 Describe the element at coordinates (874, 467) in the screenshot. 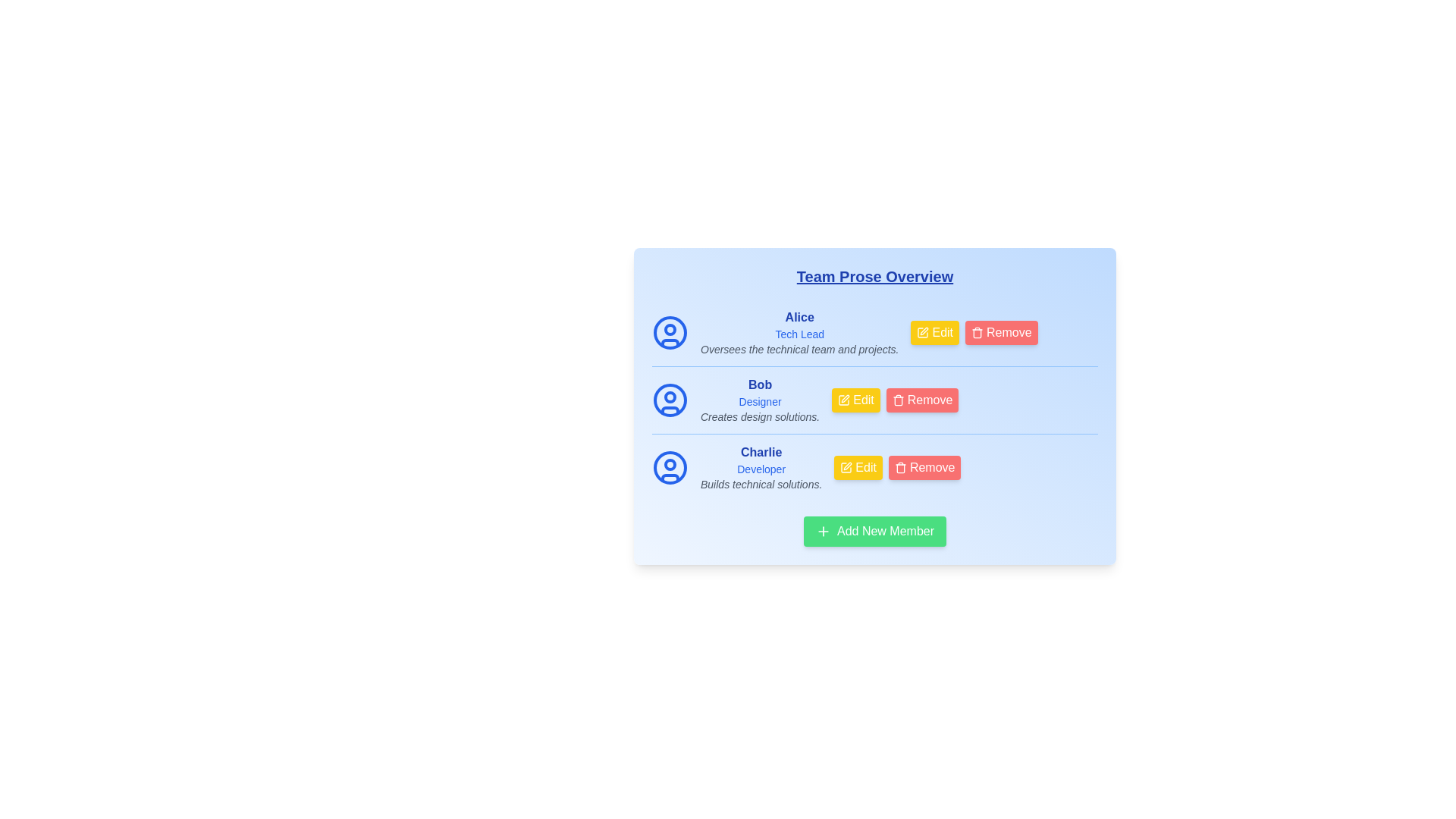

I see `the yellow 'Edit' button with a pen icon, prominently styled in the third row associated with user 'Charlie', to observe any visual or tooltip effect` at that location.